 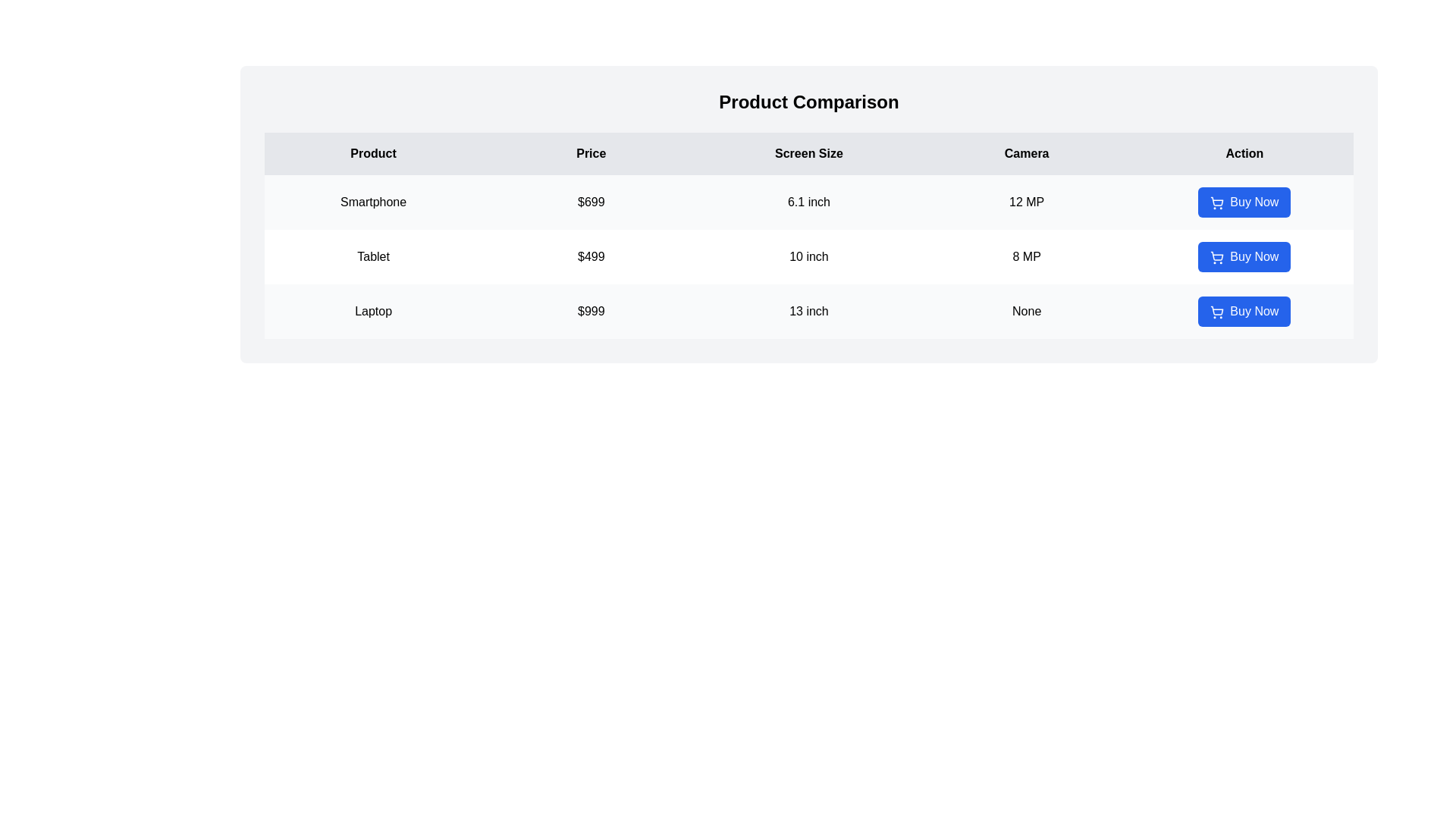 I want to click on 'Buy Now' button for the product specified by Laptop, so click(x=1244, y=311).